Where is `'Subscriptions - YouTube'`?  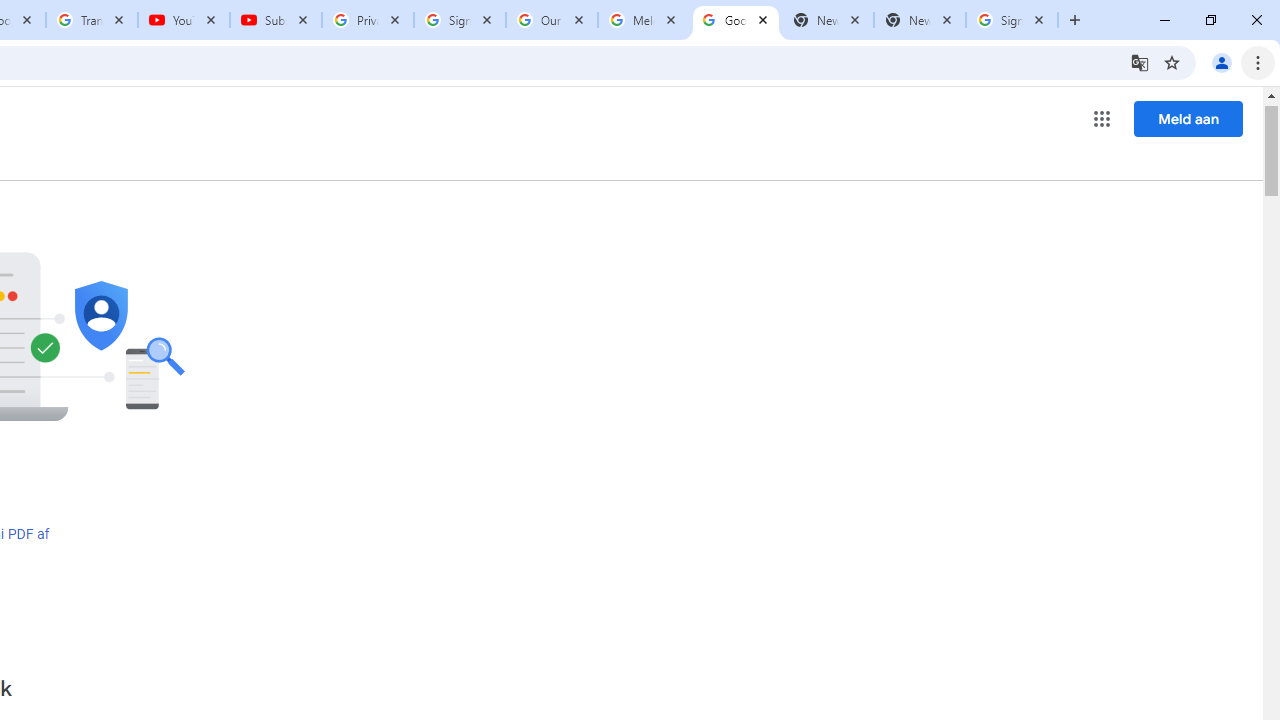 'Subscriptions - YouTube' is located at coordinates (275, 20).